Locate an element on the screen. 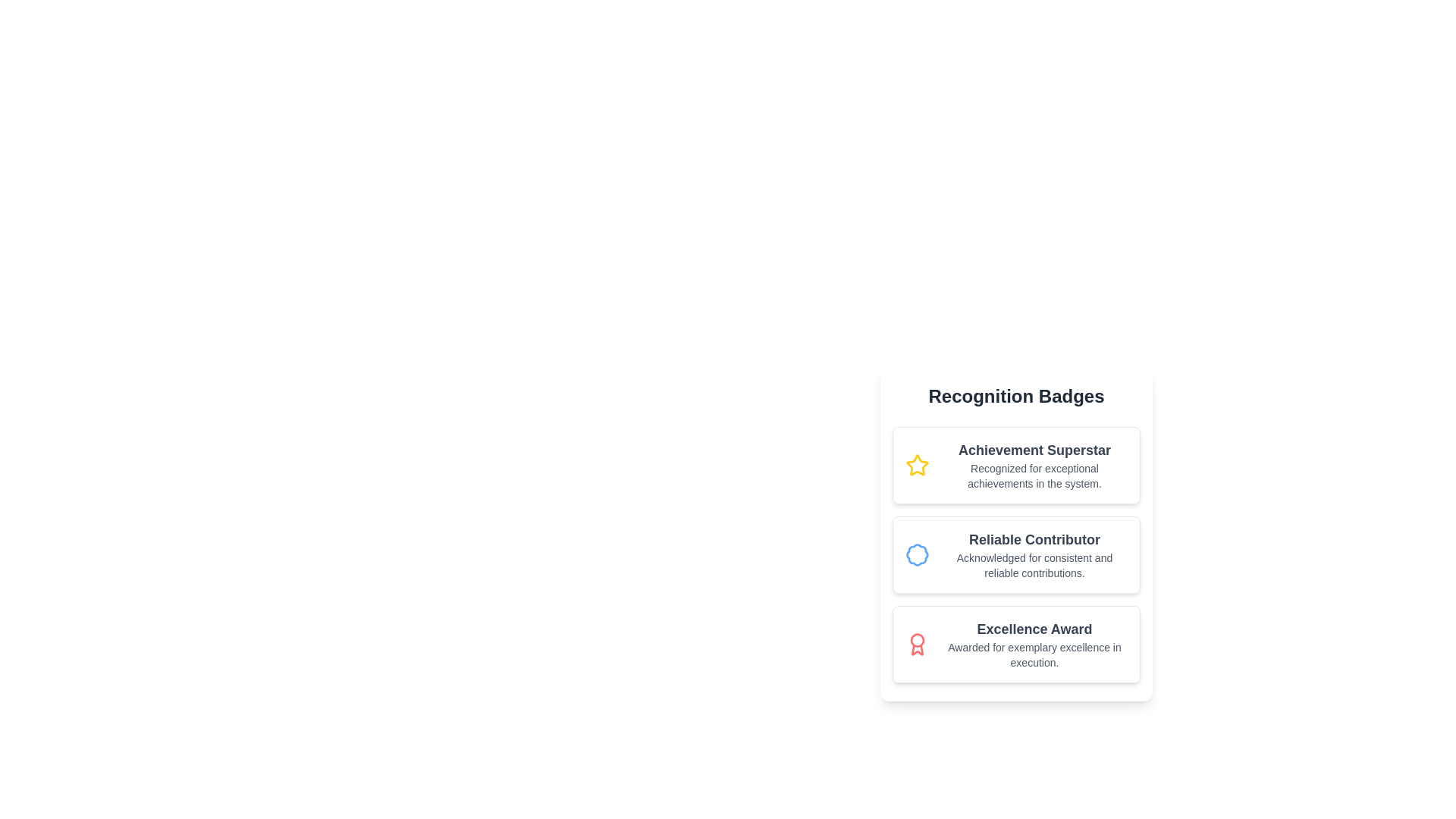 Image resolution: width=1456 pixels, height=819 pixels. the section title text element that serves as the header for the recognition badges information display, located at the top of the card-styled section is located at coordinates (1016, 396).